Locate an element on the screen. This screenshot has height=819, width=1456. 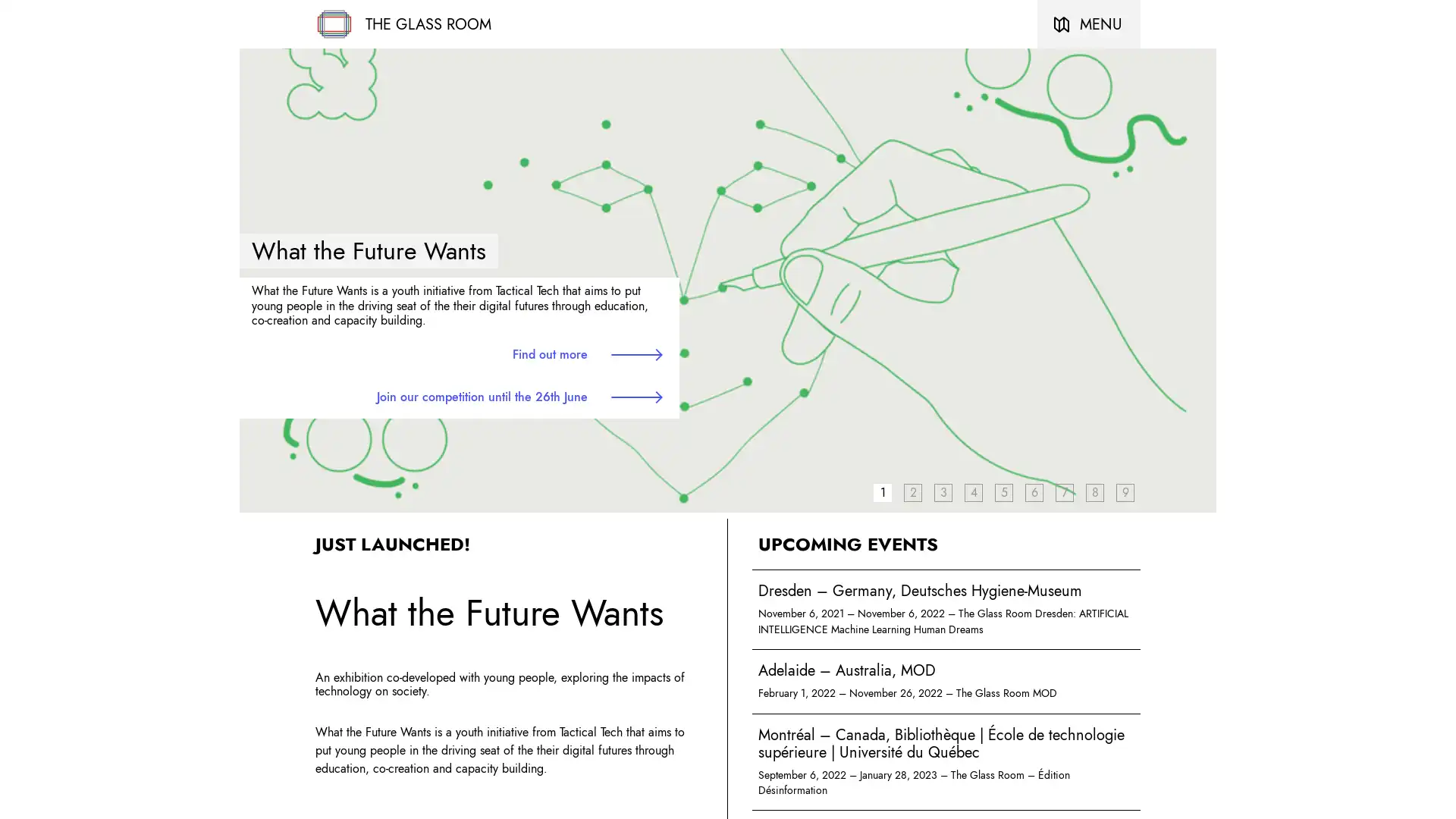
slide item 7 is located at coordinates (1063, 491).